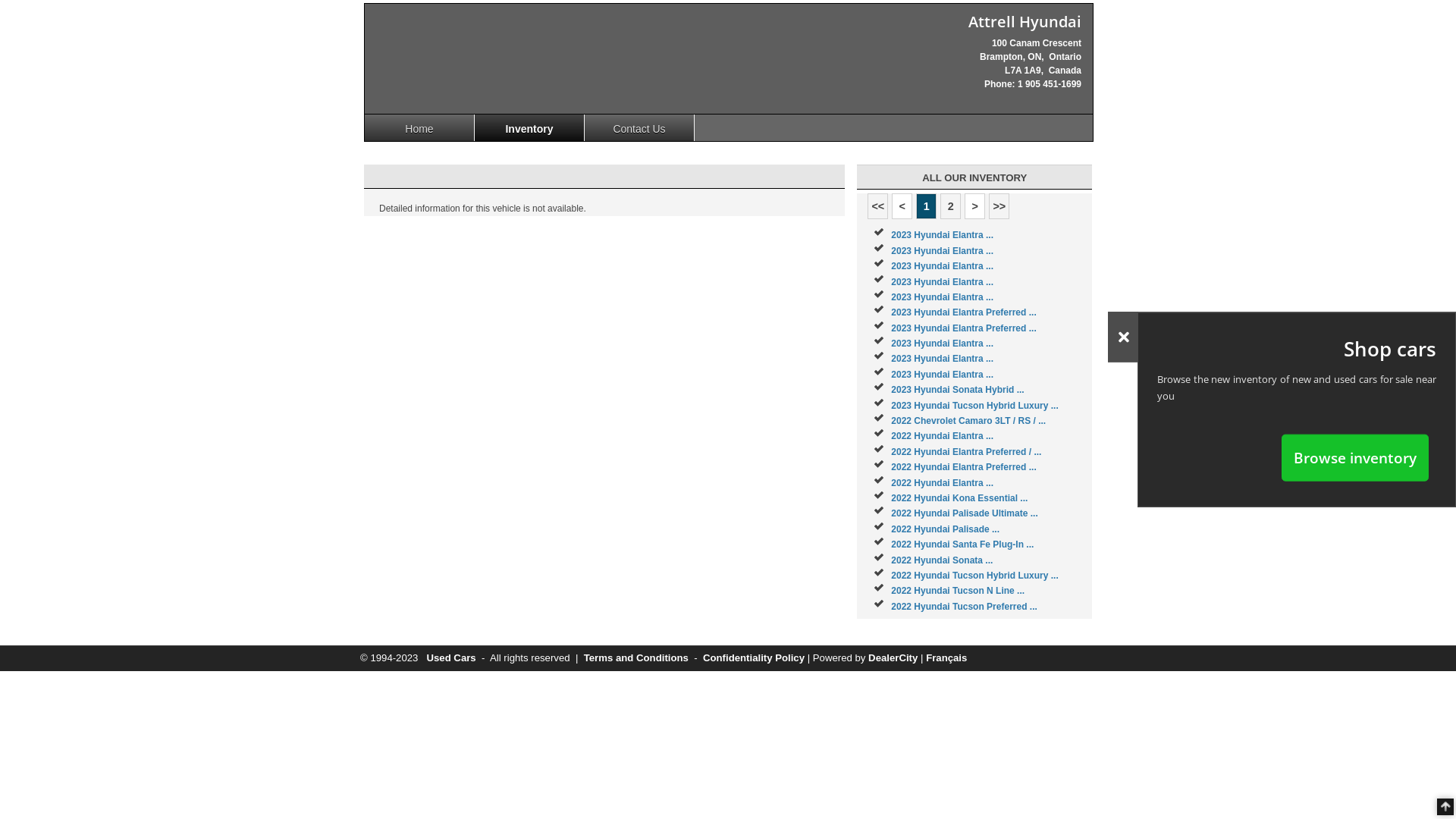 The width and height of the screenshot is (1456, 819). I want to click on '2022 Hyundai Sonata ...', so click(941, 560).